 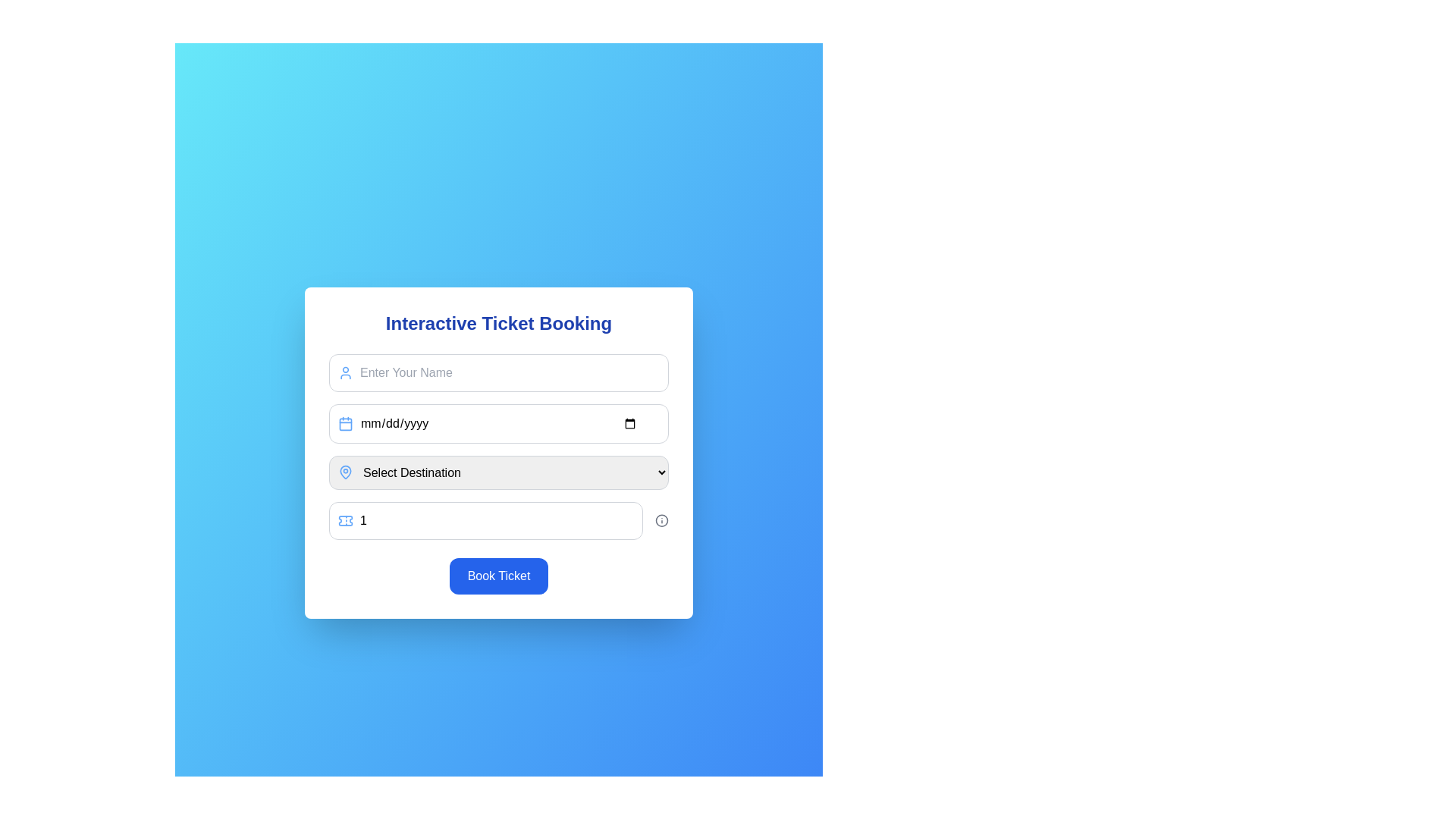 What do you see at coordinates (345, 519) in the screenshot?
I see `the small blue ticket icon located to the left of the input field for entering ticket quantities, aligned vertically to its middle` at bounding box center [345, 519].